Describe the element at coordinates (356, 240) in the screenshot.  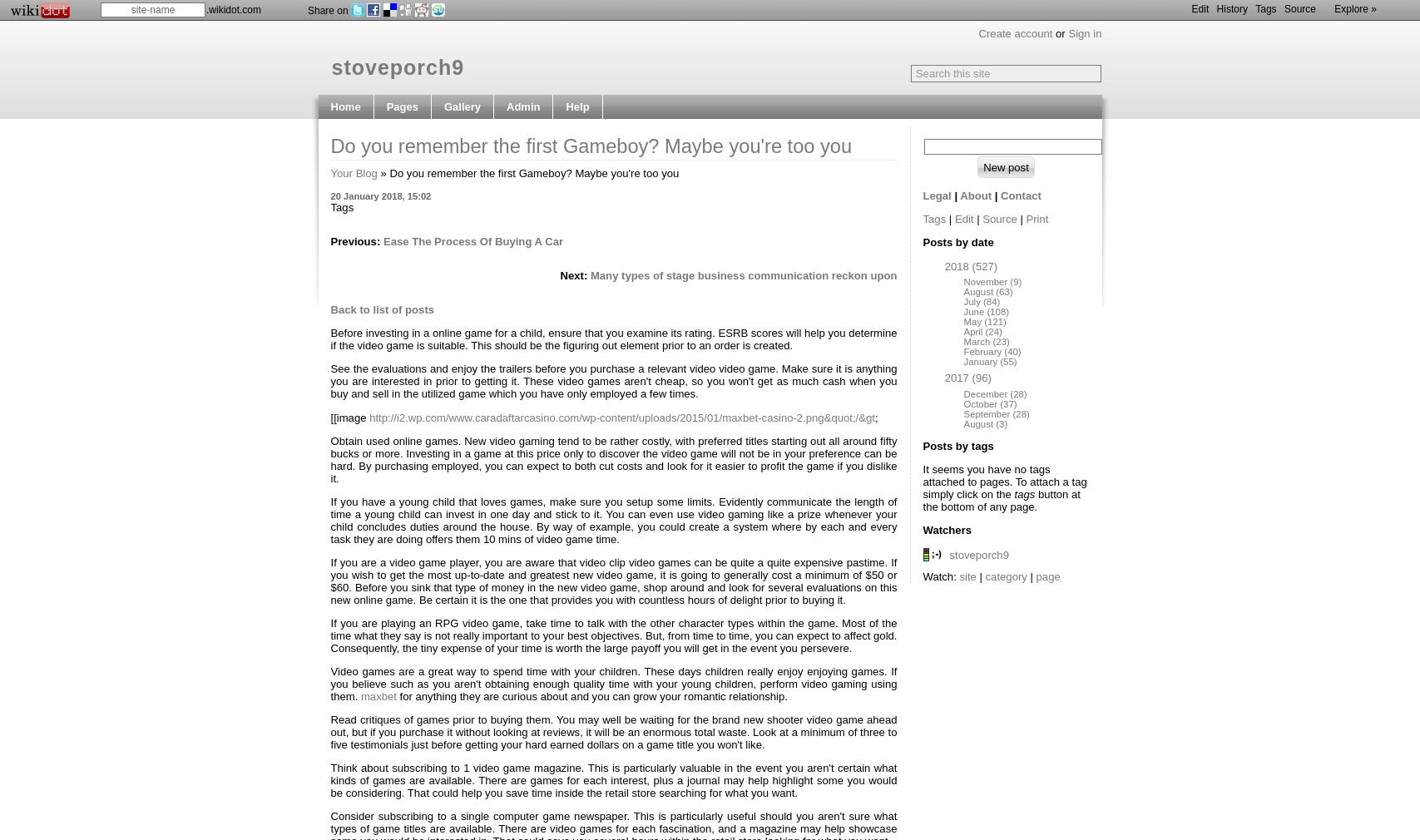
I see `'Previous:'` at that location.